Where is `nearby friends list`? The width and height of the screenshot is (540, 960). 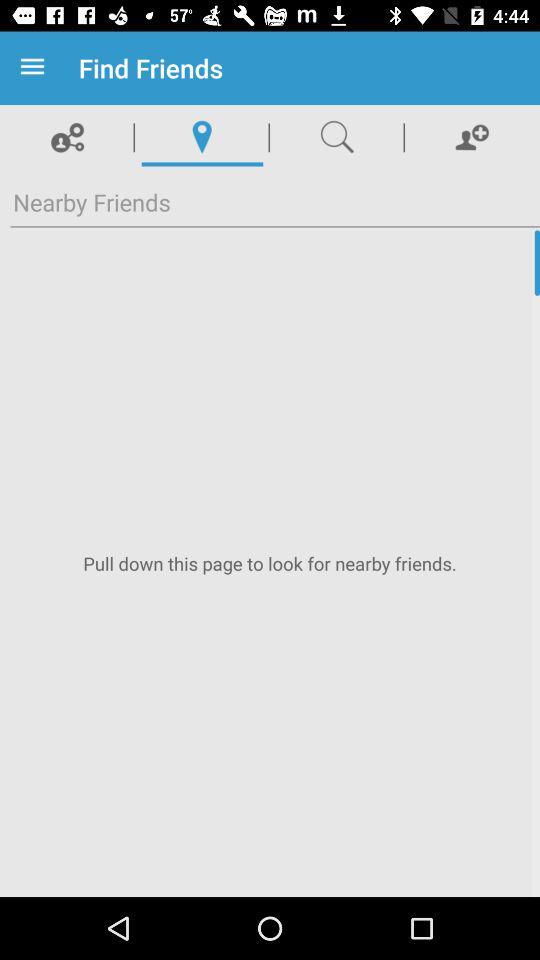
nearby friends list is located at coordinates (270, 563).